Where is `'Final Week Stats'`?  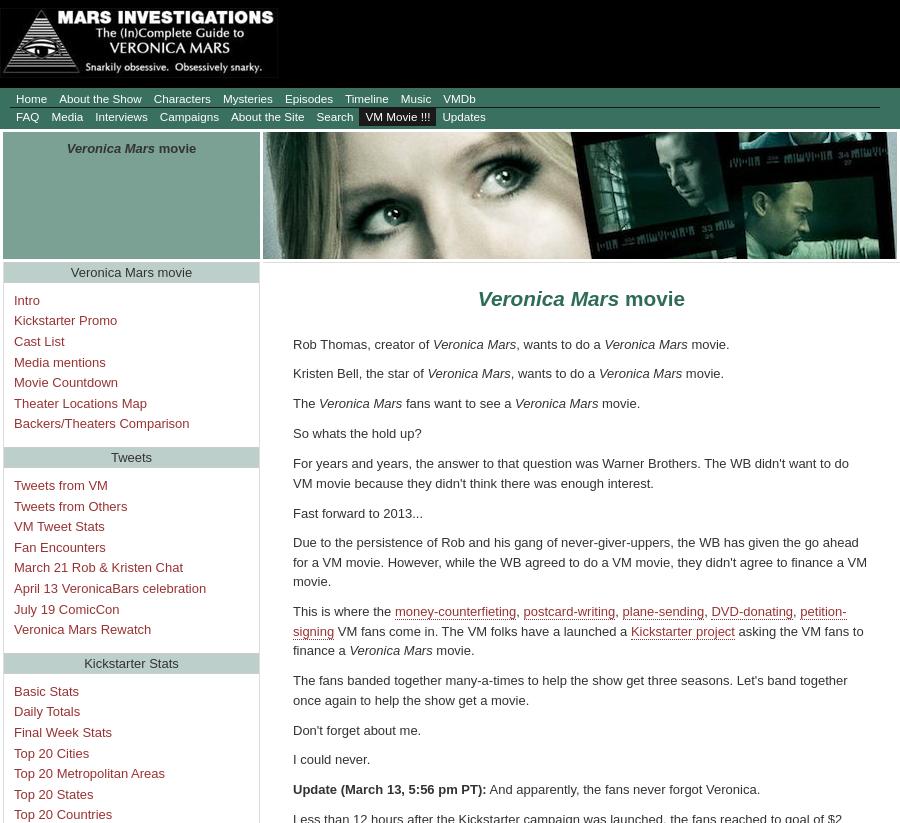
'Final Week Stats' is located at coordinates (62, 731).